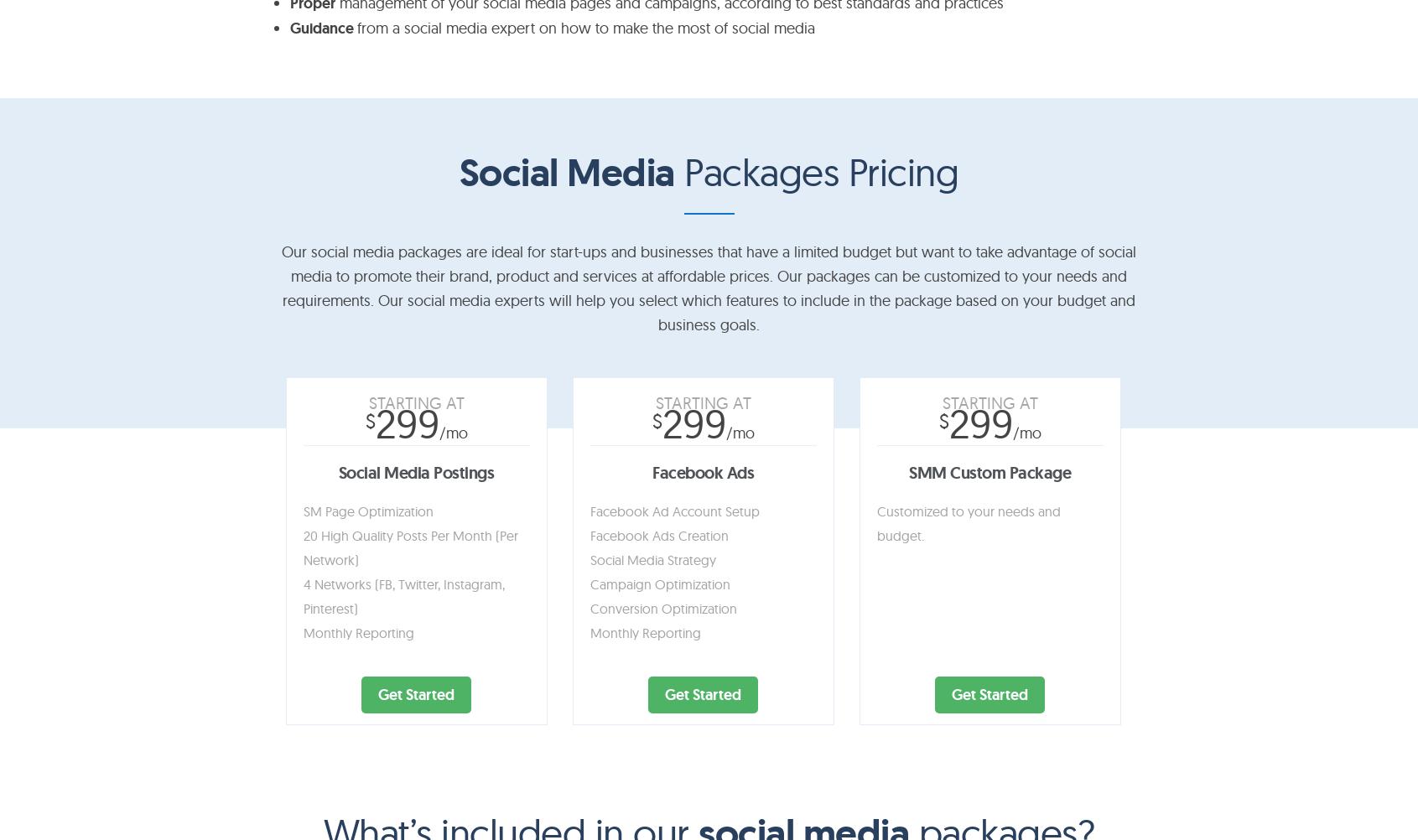 The height and width of the screenshot is (840, 1418). I want to click on 'Campaign Optimization', so click(658, 583).